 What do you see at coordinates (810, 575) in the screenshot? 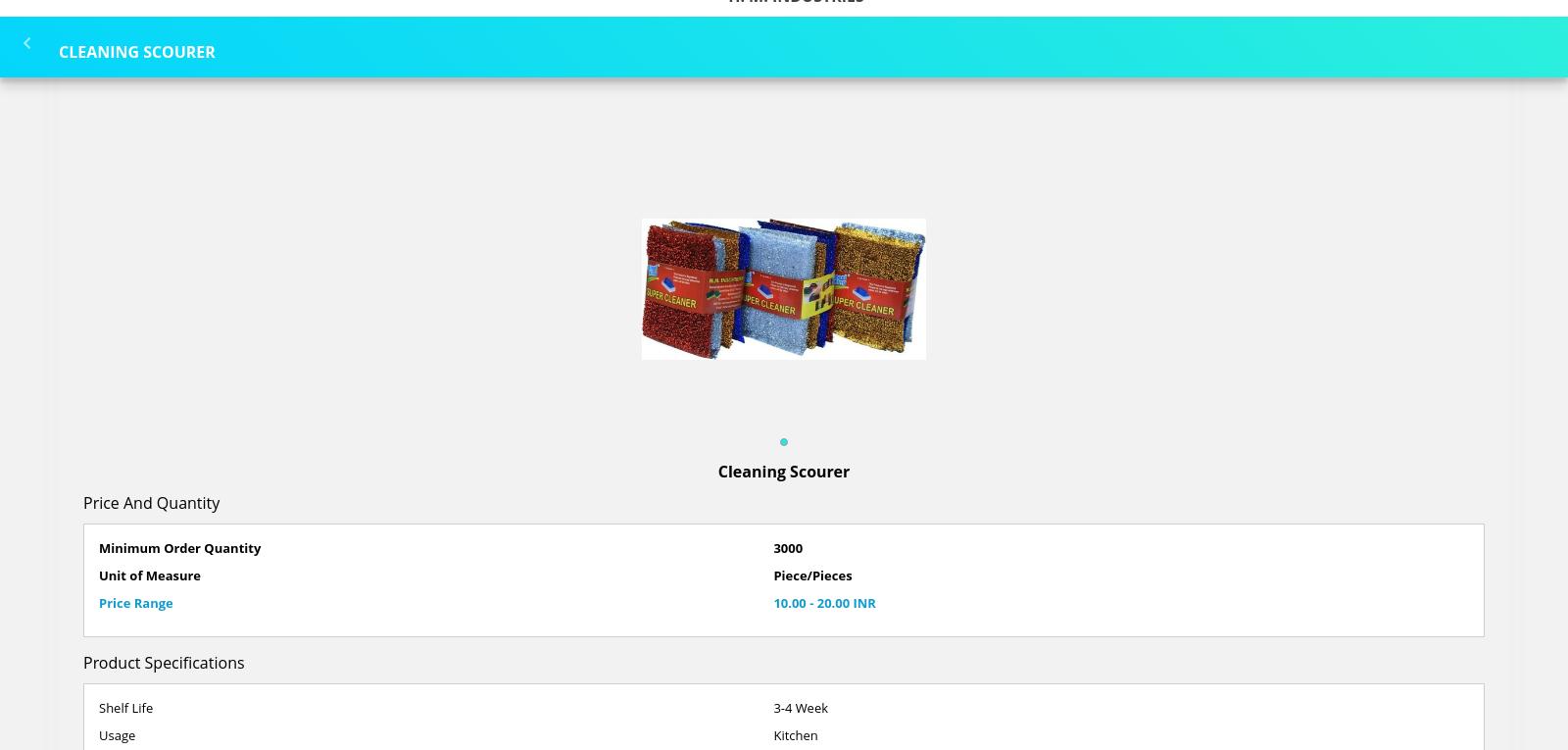
I see `'Piece/Pieces'` at bounding box center [810, 575].